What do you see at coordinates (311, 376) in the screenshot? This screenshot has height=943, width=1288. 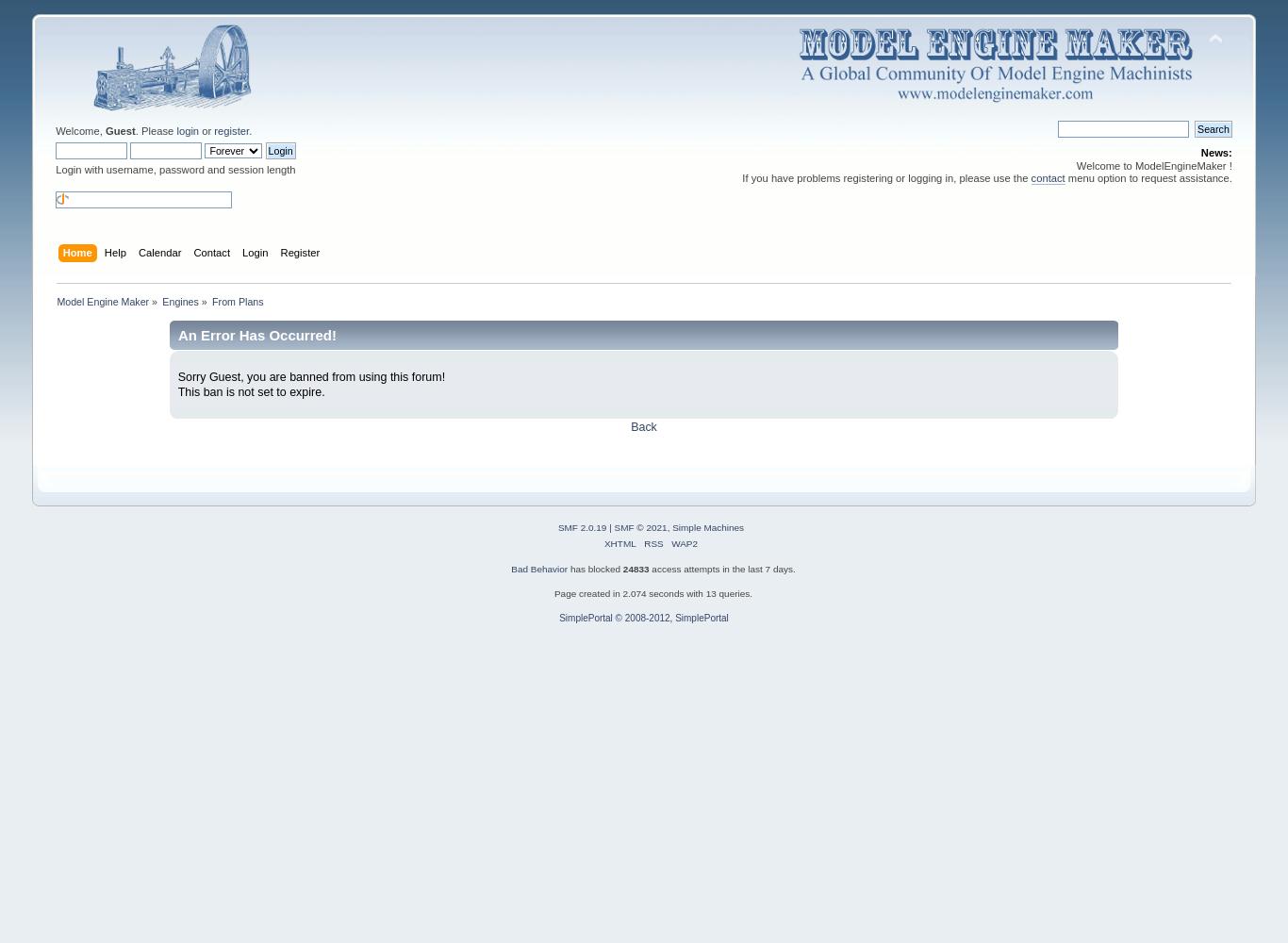 I see `'Sorry Guest, you are banned from using this forum!'` at bounding box center [311, 376].